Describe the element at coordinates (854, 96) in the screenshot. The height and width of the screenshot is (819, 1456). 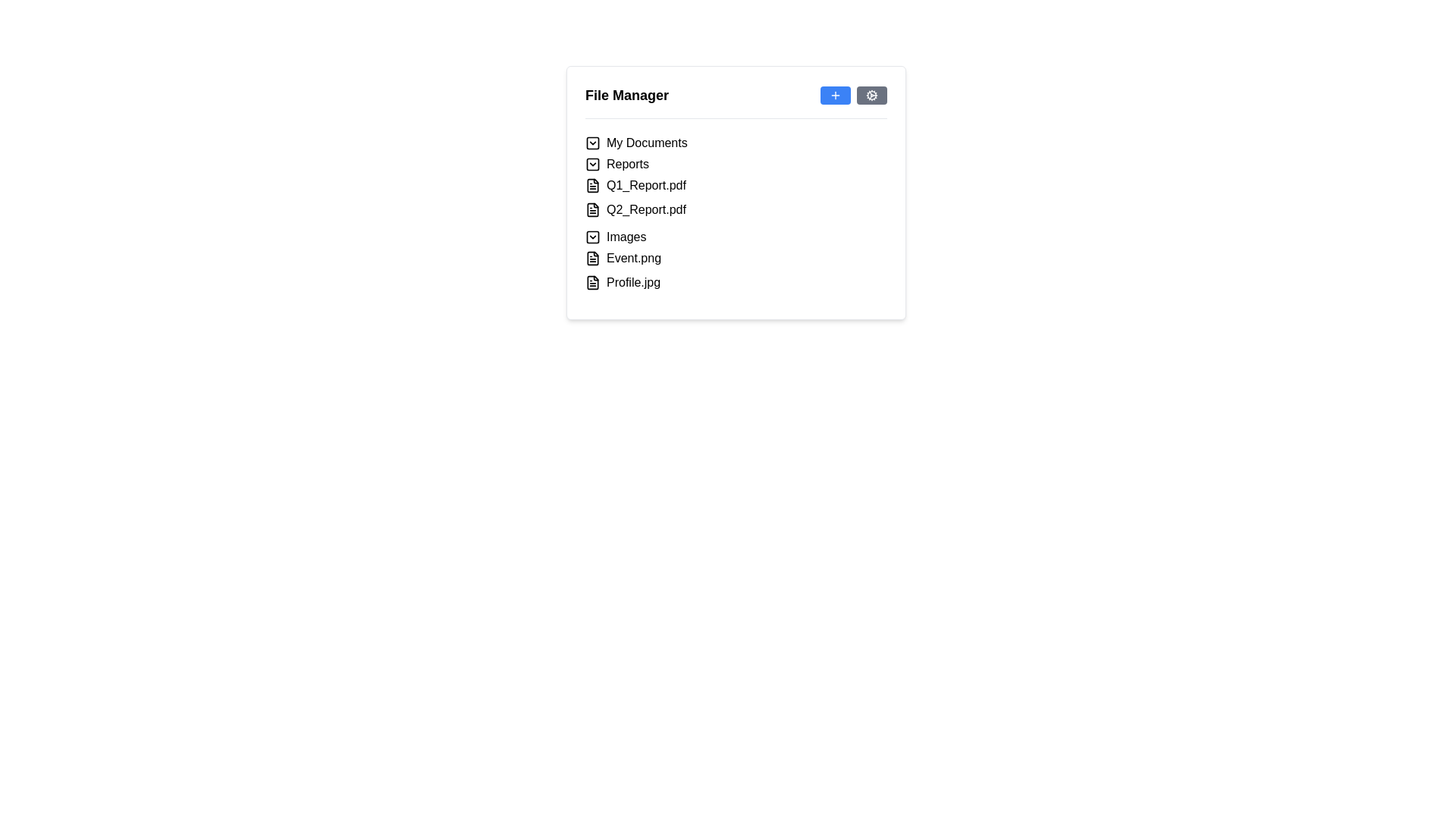
I see `the composite button element located at the upper-right corner of the 'File Manager' section` at that location.